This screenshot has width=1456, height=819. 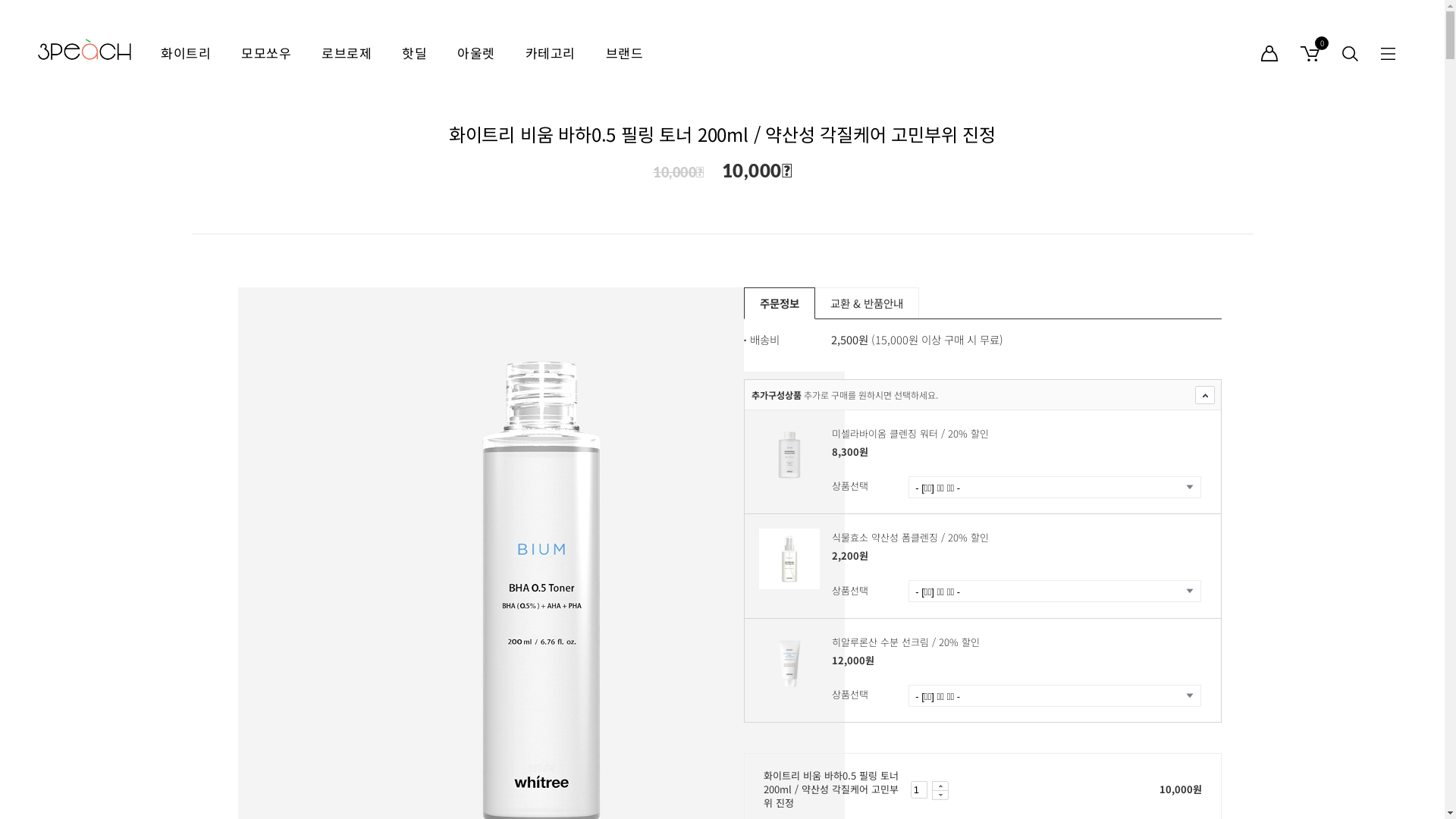 I want to click on '0', so click(x=1288, y=52).